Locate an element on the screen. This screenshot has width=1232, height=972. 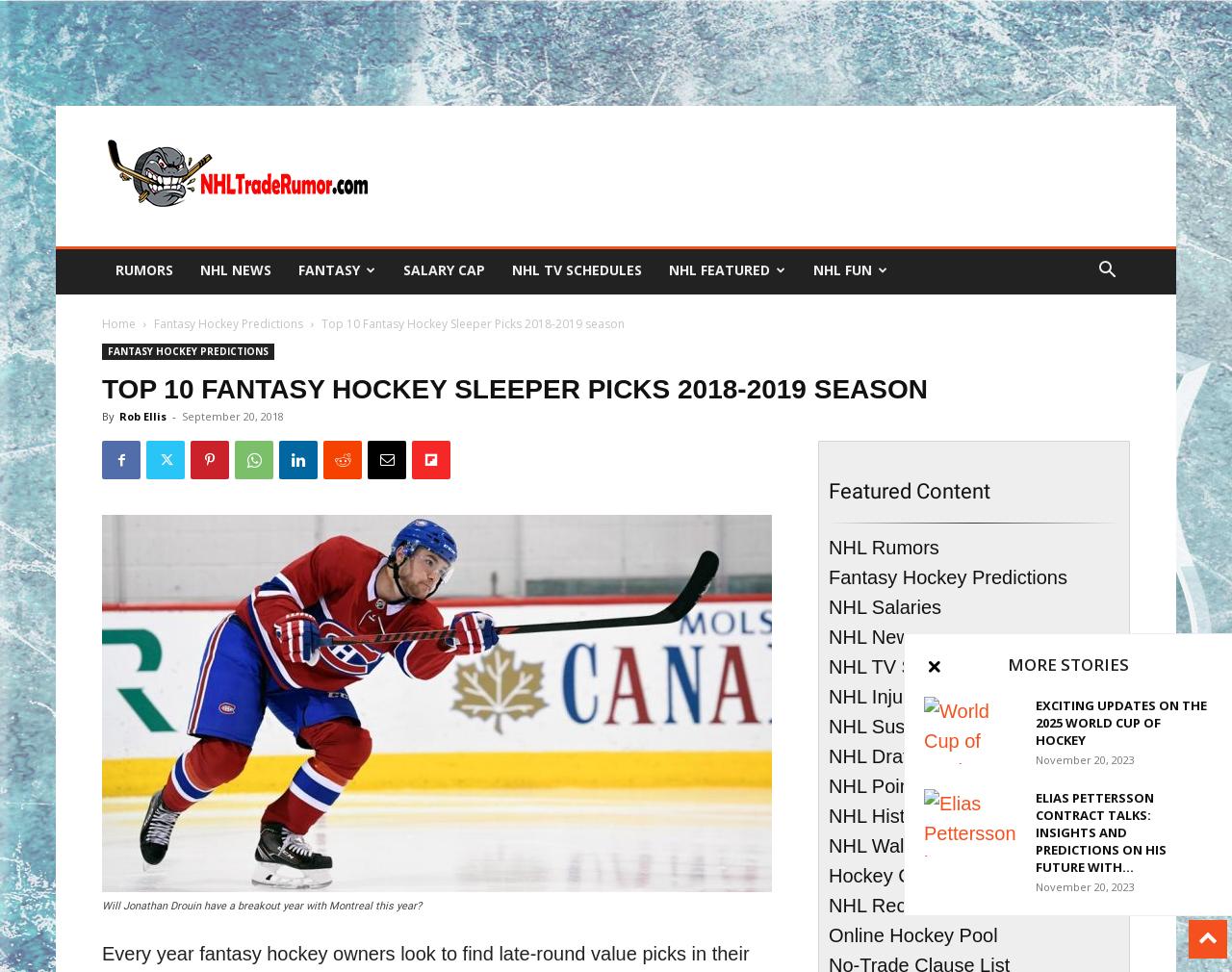
'Online Hockey Pool' is located at coordinates (829, 935).